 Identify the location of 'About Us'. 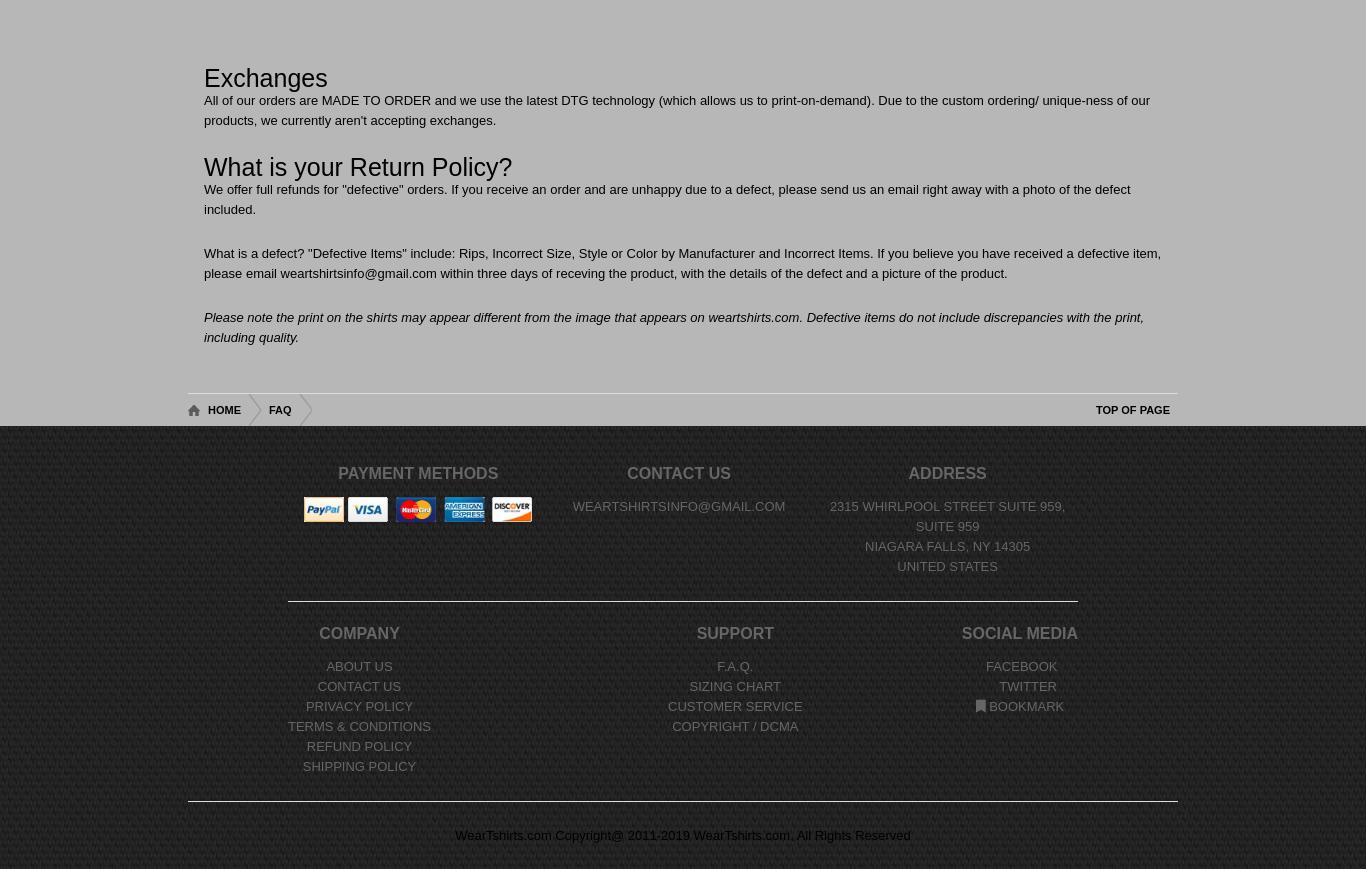
(357, 666).